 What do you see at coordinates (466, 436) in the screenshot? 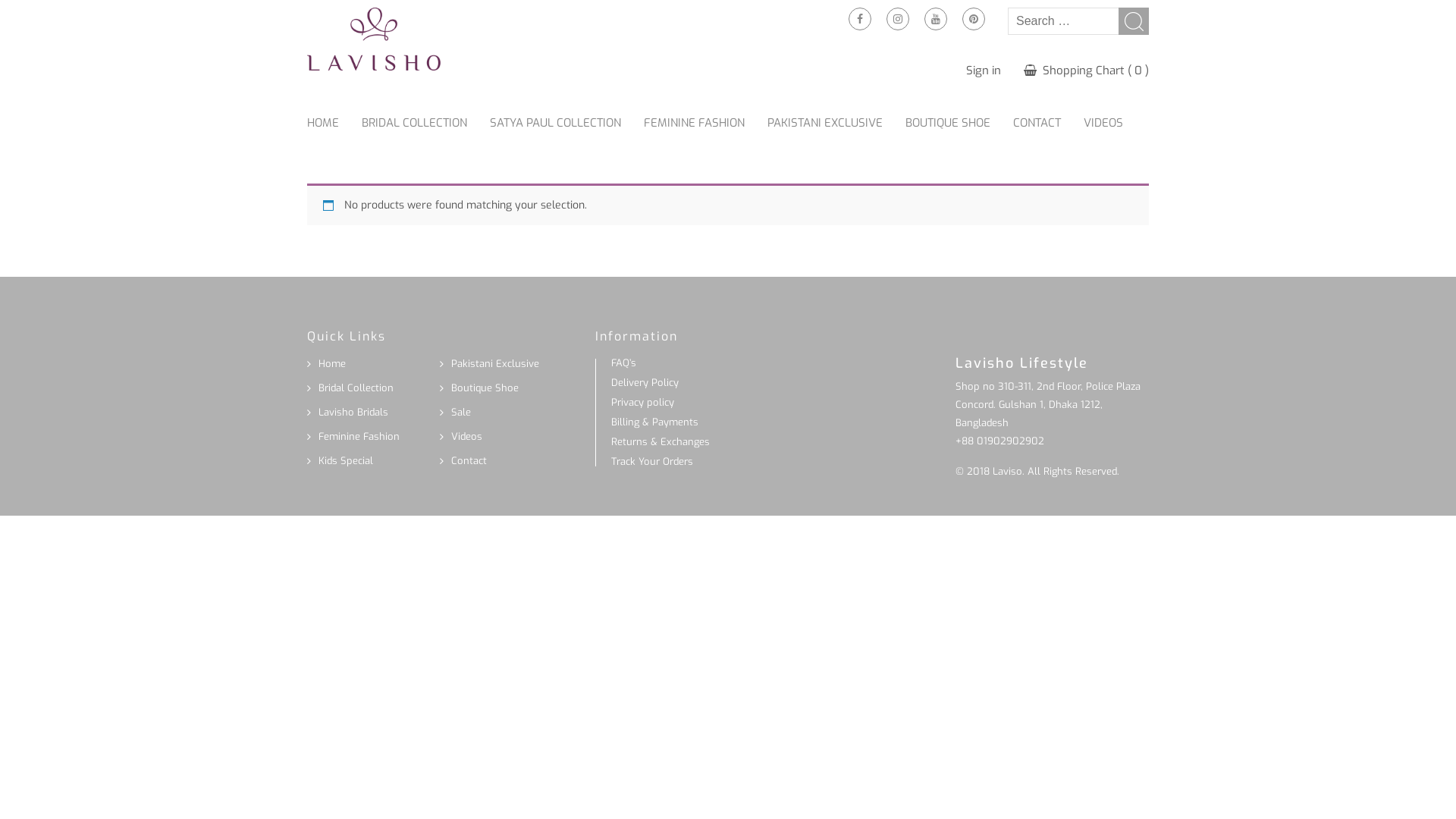
I see `'Videos'` at bounding box center [466, 436].